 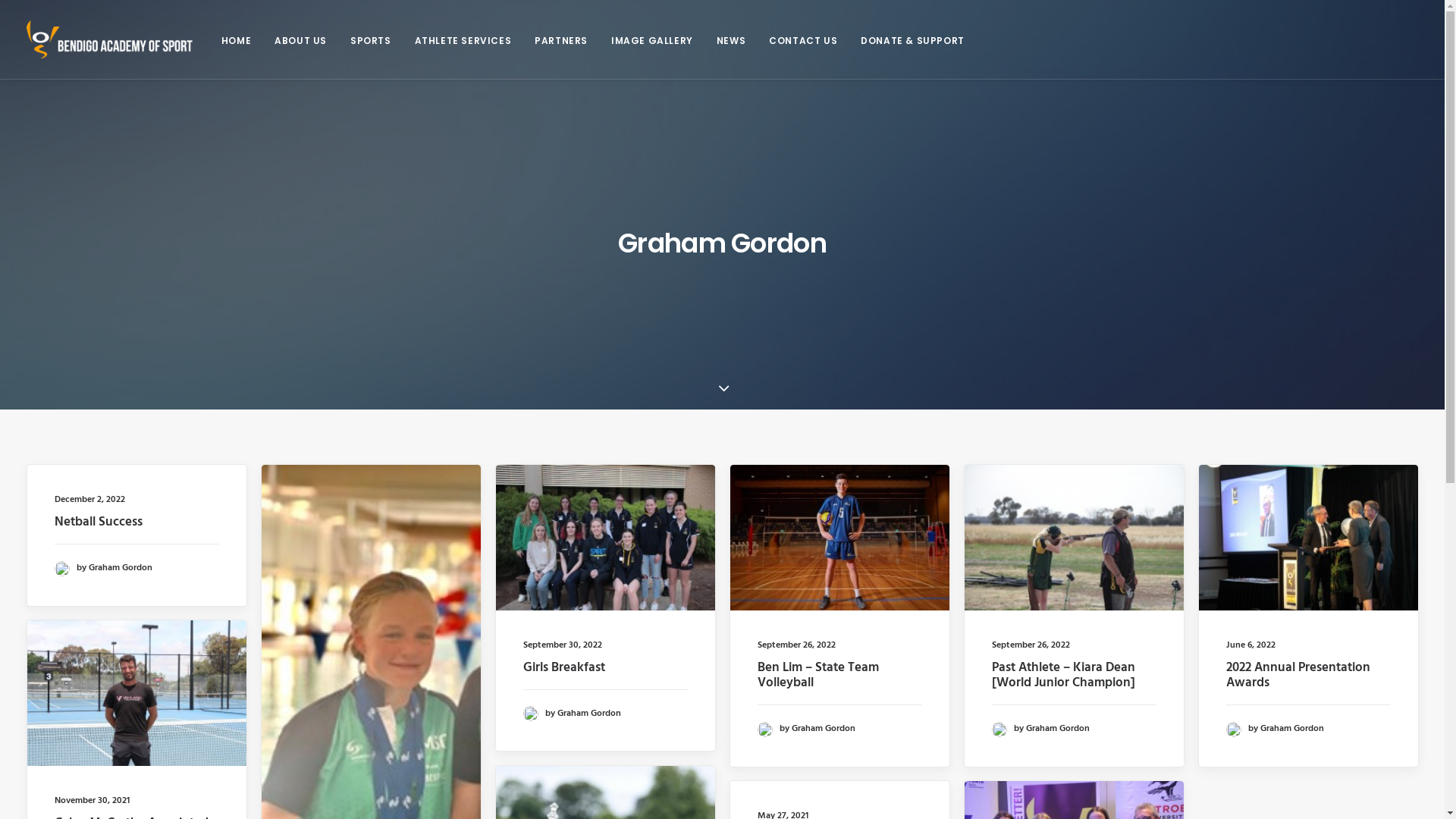 I want to click on 'DONATE & SUPPORT', so click(x=907, y=38).